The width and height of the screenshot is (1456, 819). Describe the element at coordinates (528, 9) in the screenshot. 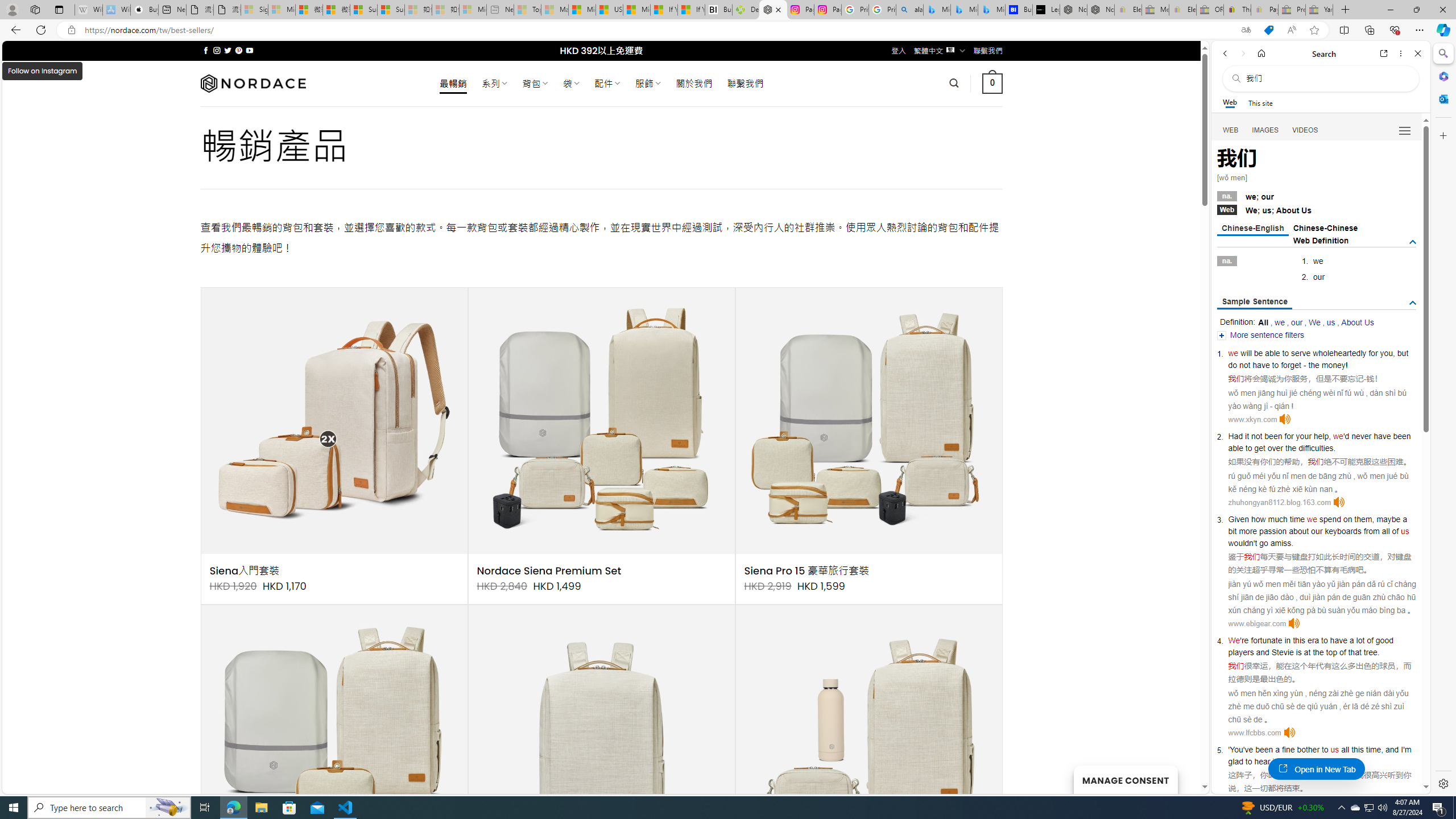

I see `'Top Stories - MSN - Sleeping'` at that location.